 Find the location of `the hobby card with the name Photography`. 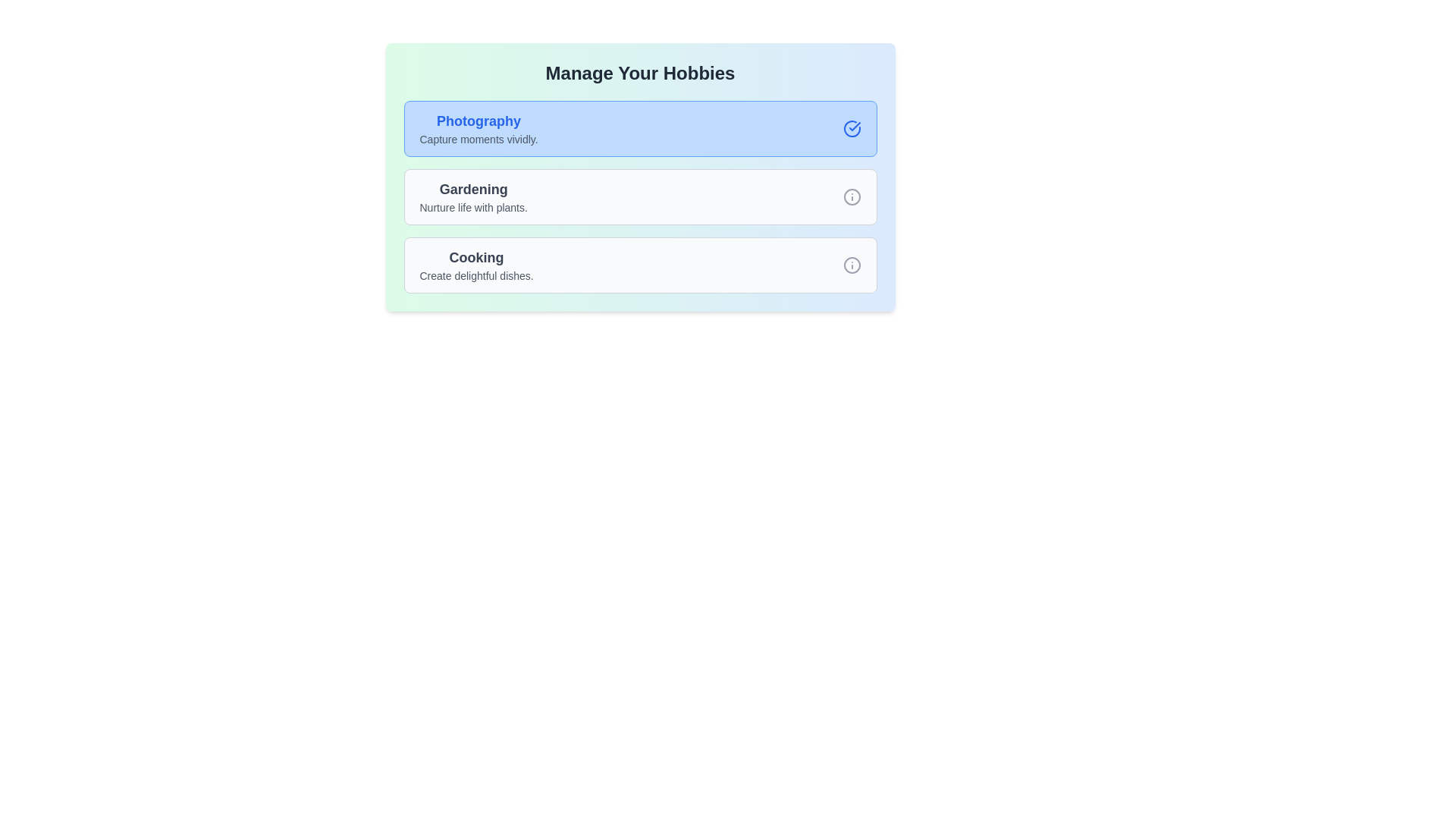

the hobby card with the name Photography is located at coordinates (640, 127).